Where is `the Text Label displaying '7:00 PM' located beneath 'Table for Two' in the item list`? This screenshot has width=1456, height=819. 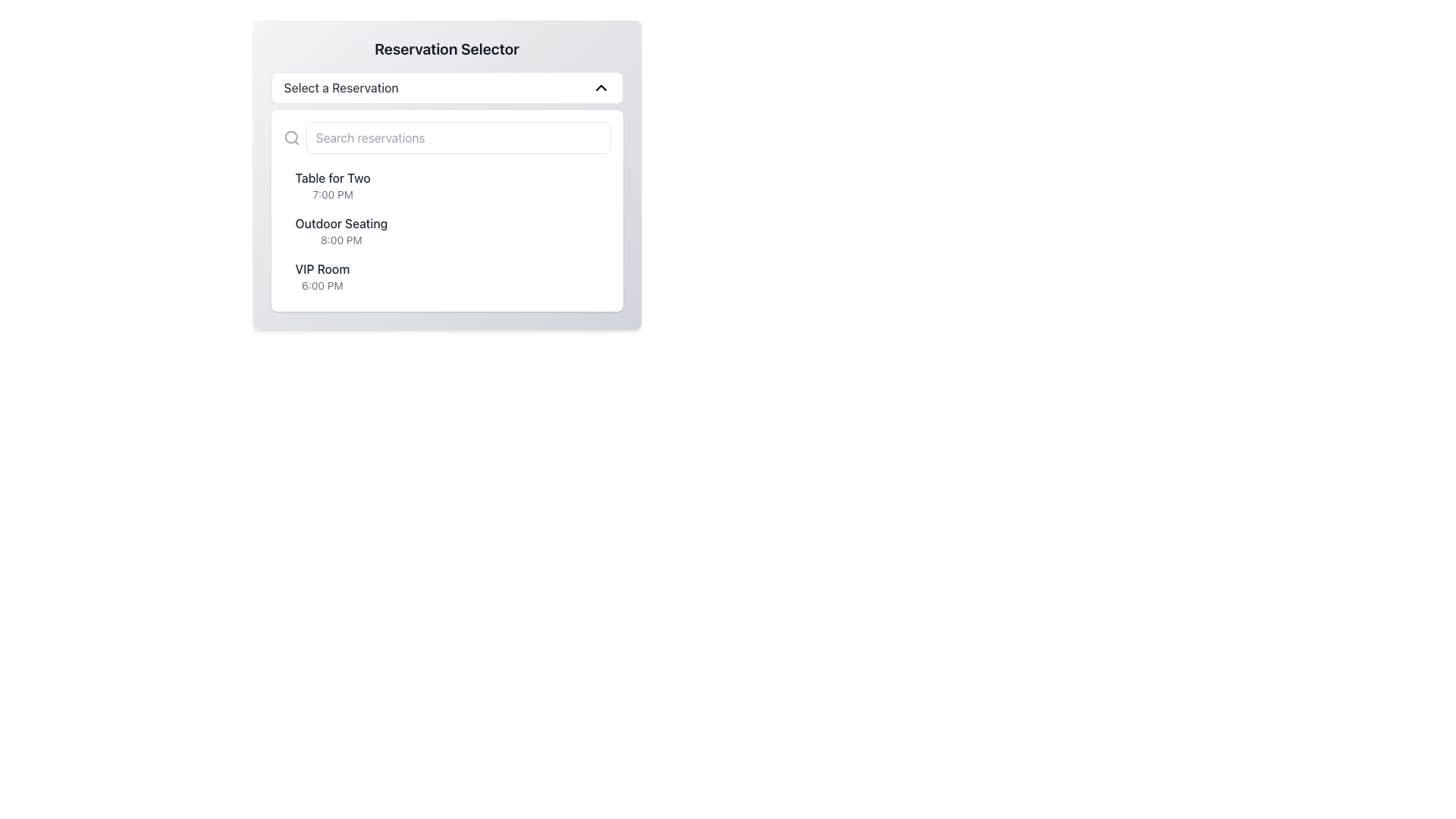
the Text Label displaying '7:00 PM' located beneath 'Table for Two' in the item list is located at coordinates (332, 194).